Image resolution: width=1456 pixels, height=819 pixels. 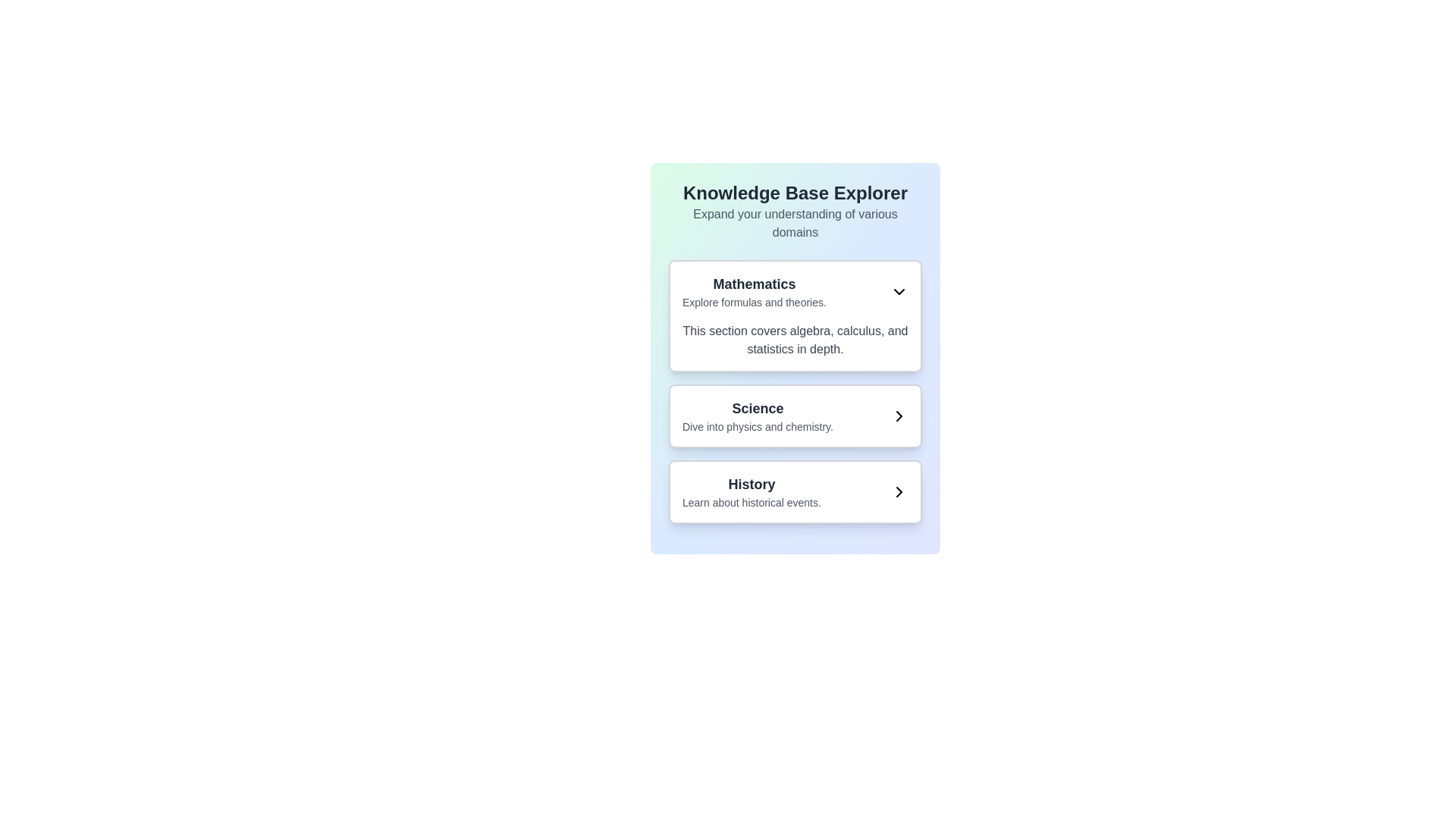 I want to click on the right-facing chevron arrow icon located at the far right of the 'Science' section within the card interface, so click(x=899, y=416).